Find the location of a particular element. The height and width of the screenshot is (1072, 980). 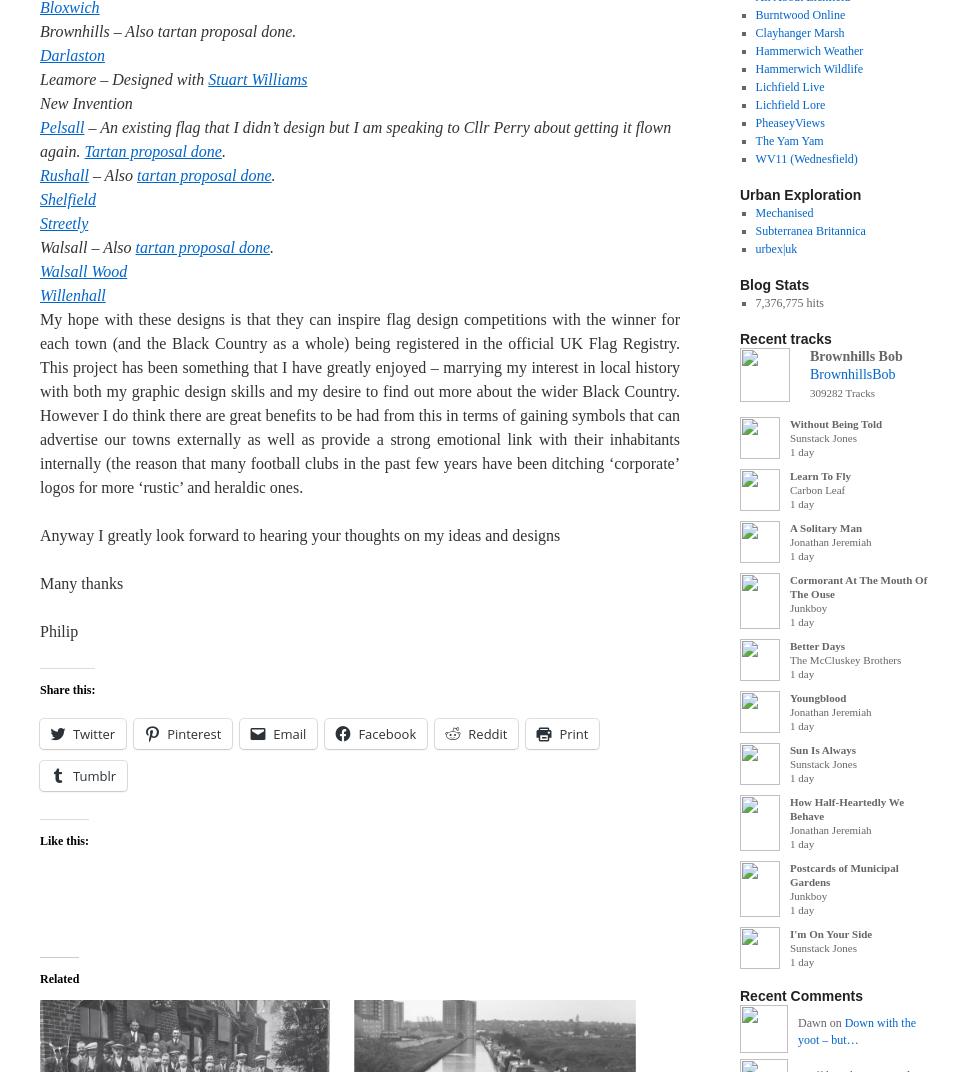

'Learn To Fly' is located at coordinates (820, 475).